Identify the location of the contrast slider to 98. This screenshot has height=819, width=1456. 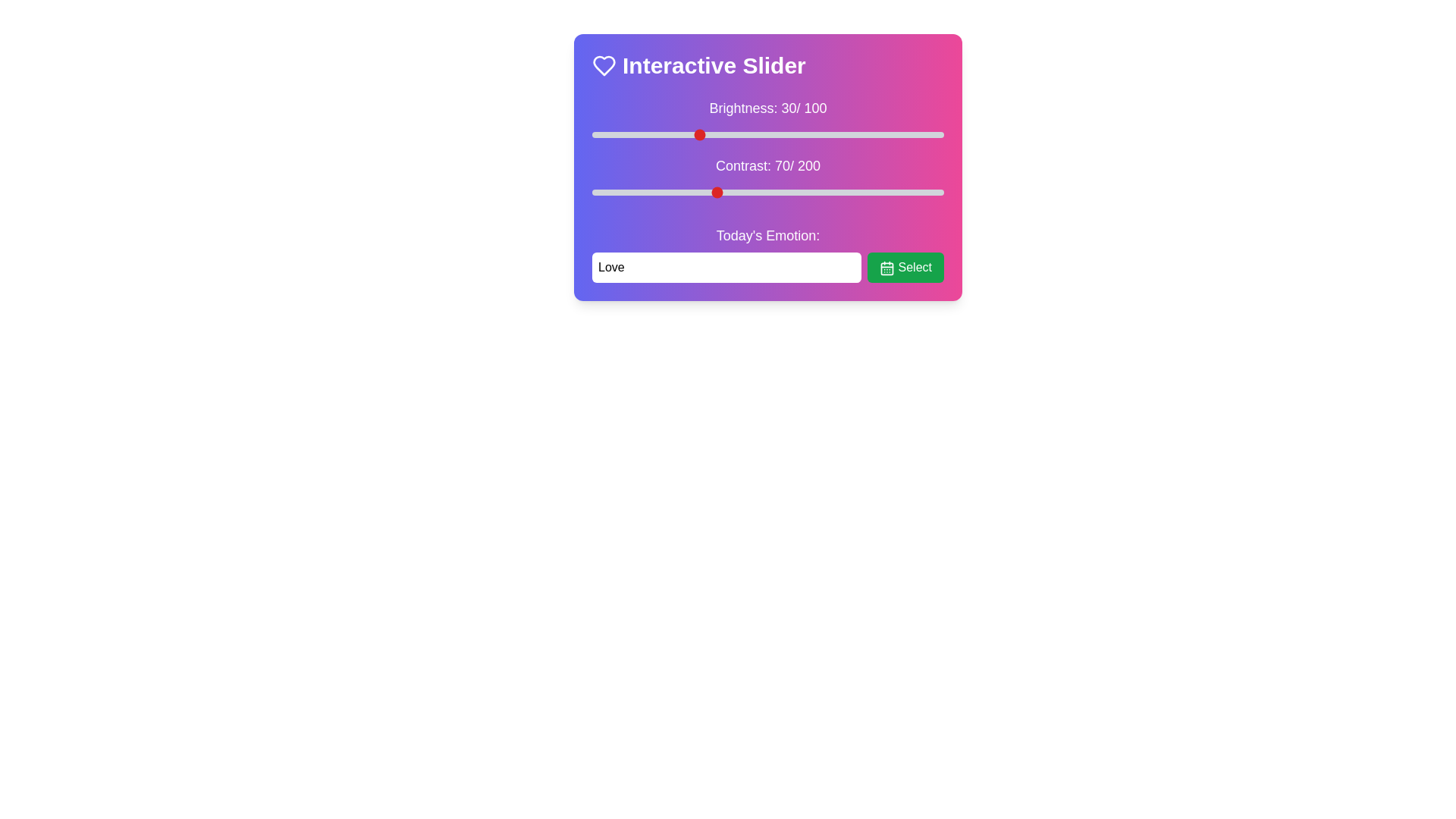
(764, 192).